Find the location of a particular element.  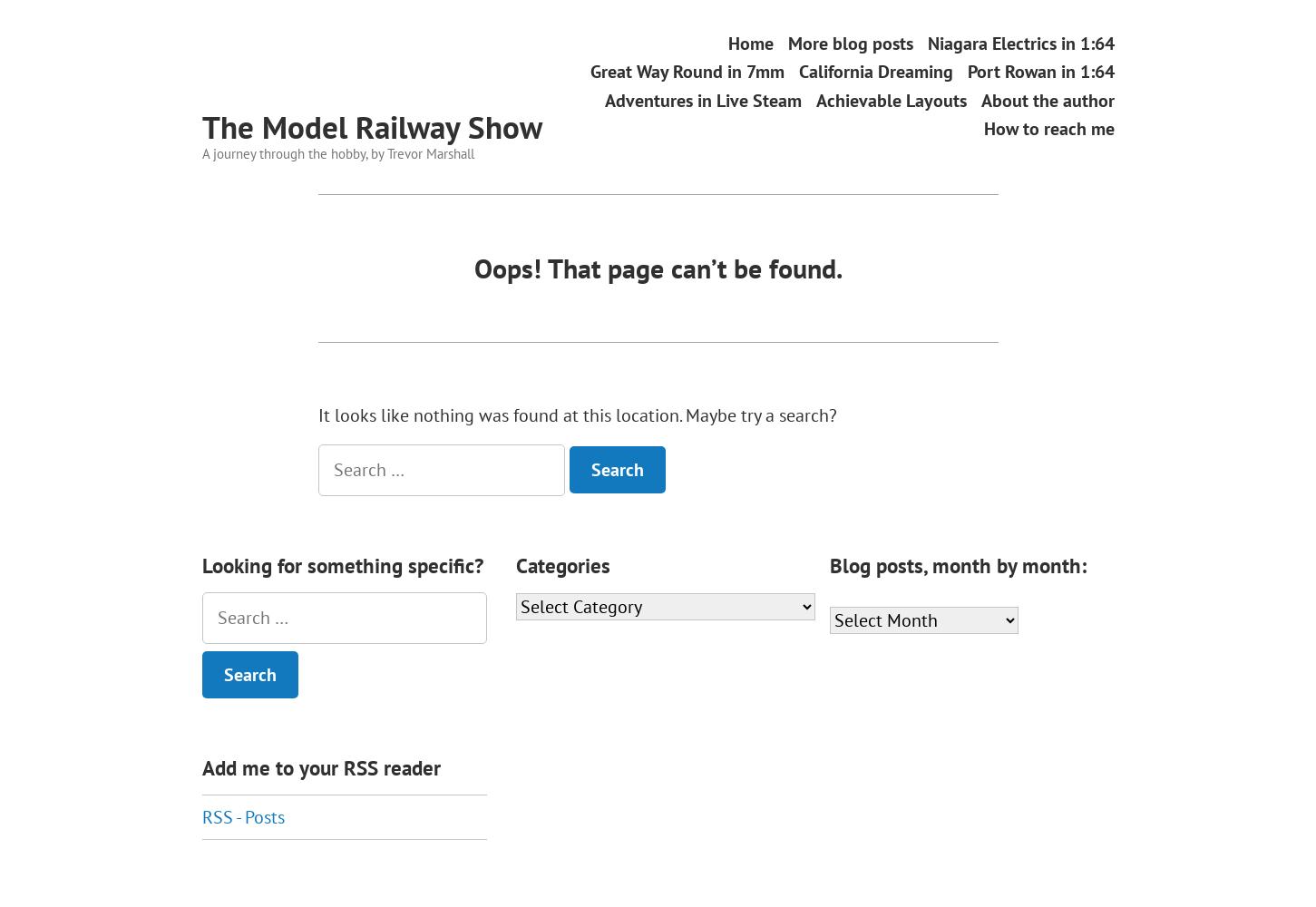

'California Dreaming' is located at coordinates (798, 71).